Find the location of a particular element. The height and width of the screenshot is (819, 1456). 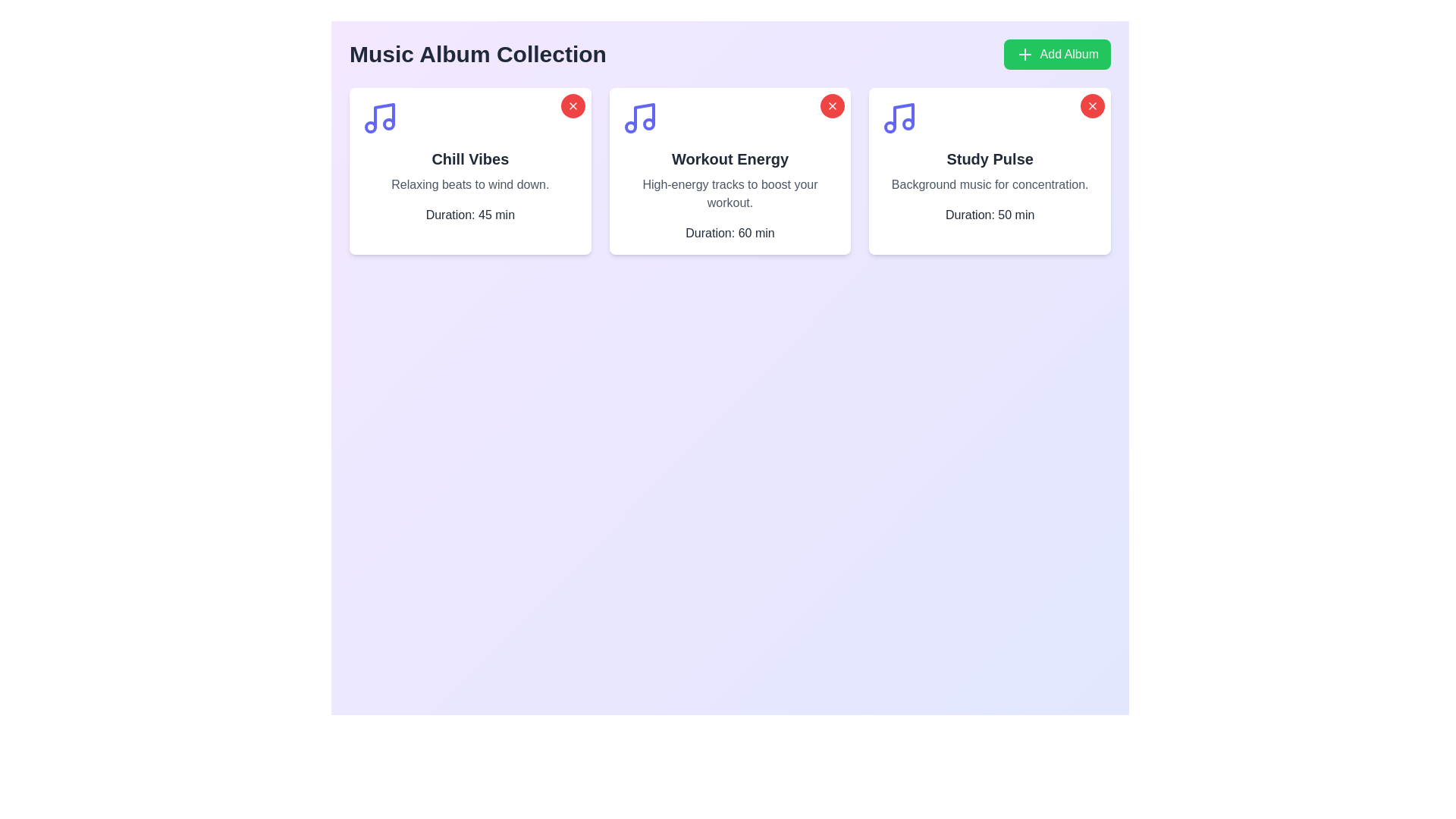

the close button icon in the top-right corner of the 'Chill Vibes' album card is located at coordinates (572, 105).